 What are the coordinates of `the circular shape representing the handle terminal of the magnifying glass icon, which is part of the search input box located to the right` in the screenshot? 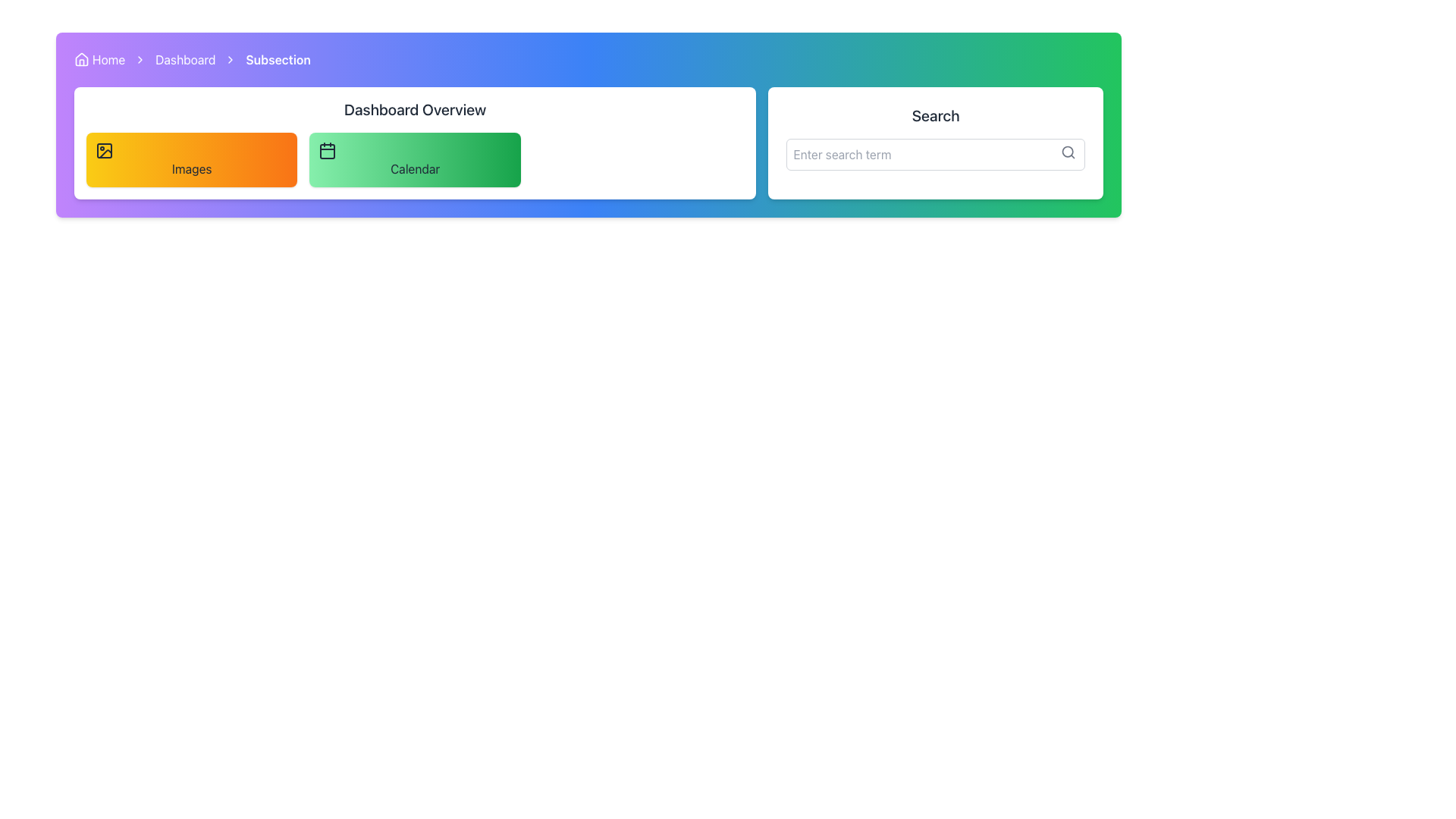 It's located at (1067, 152).